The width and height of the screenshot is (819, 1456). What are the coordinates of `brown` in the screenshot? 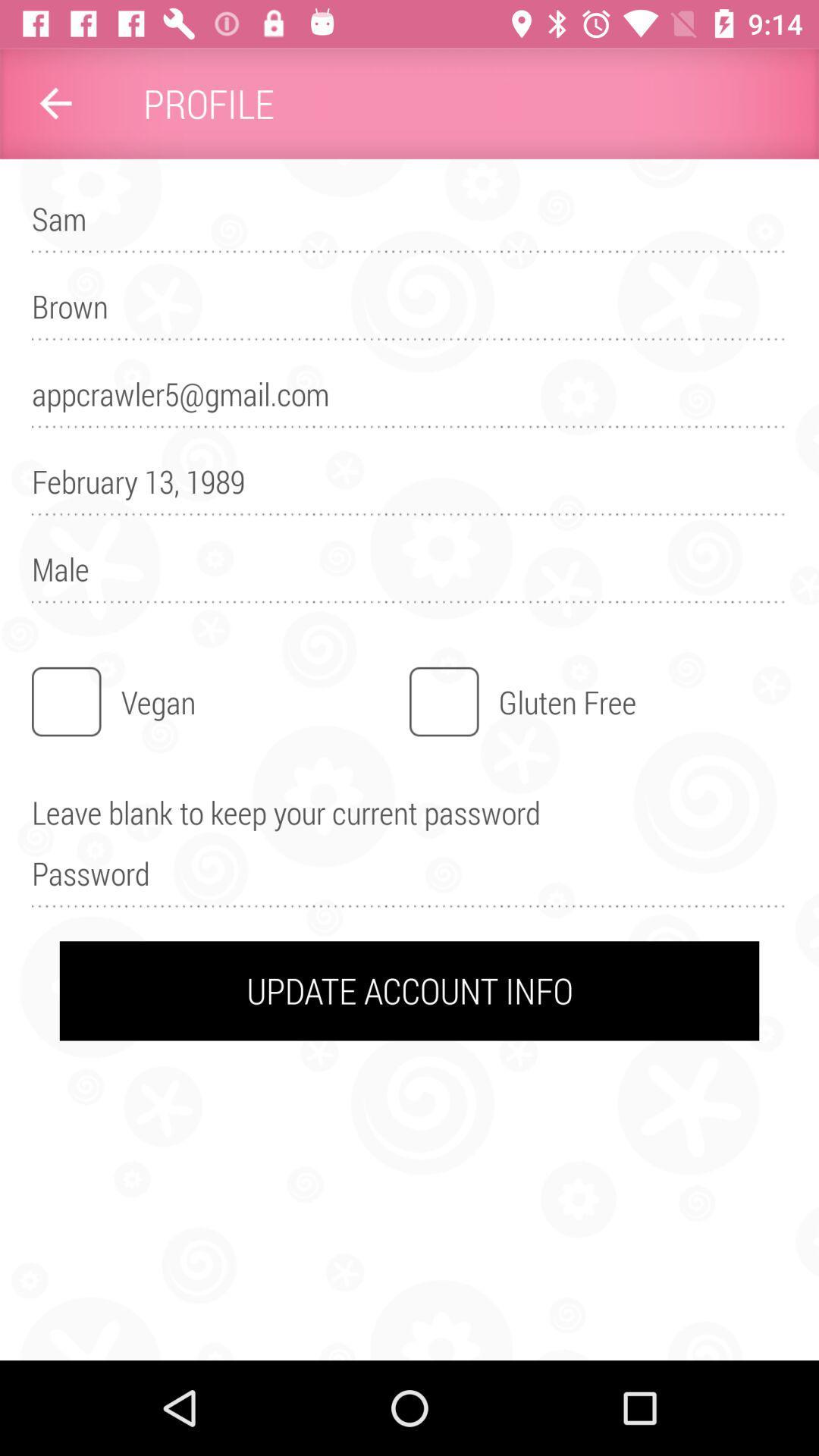 It's located at (409, 312).